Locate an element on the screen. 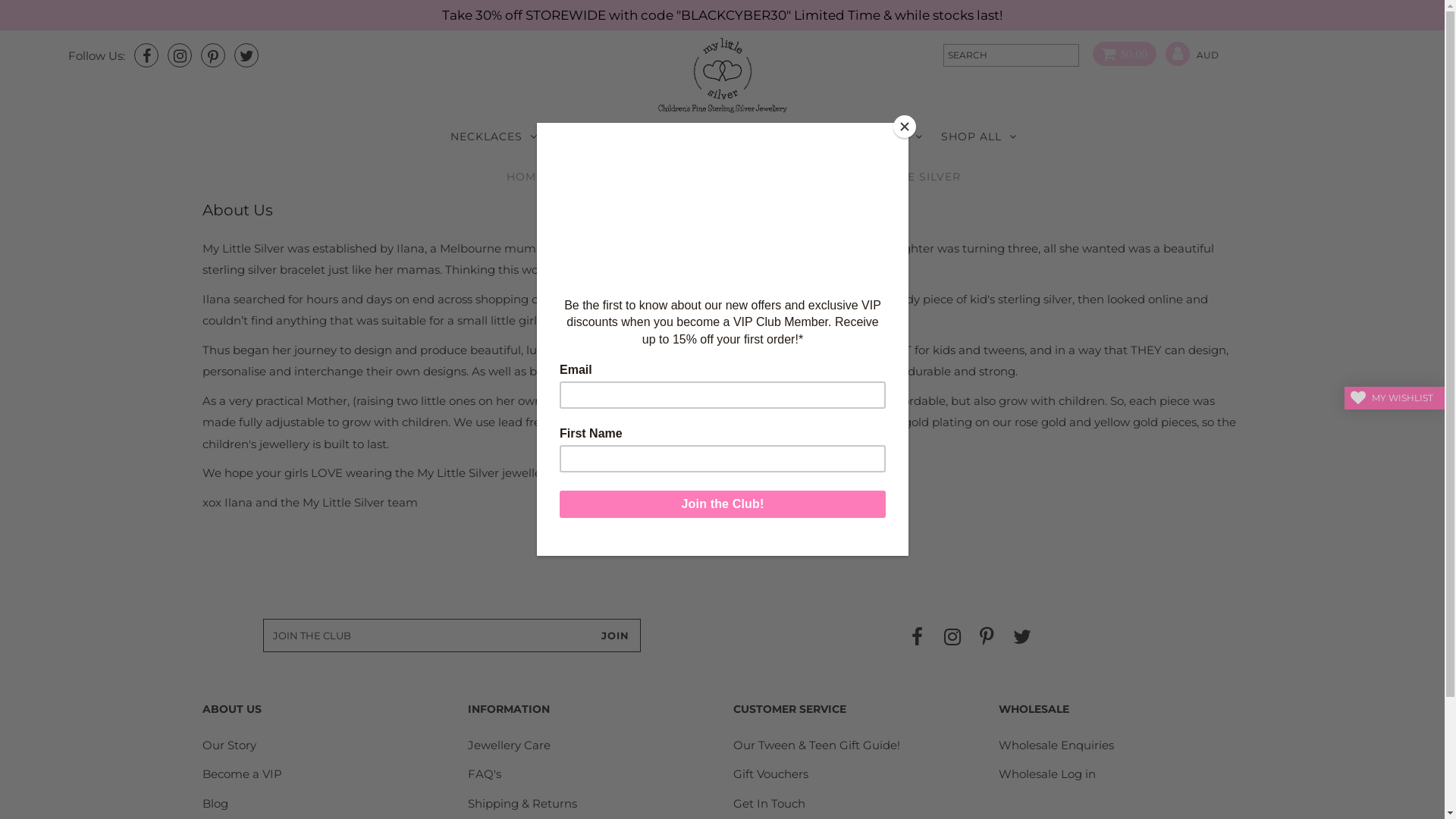 Image resolution: width=1456 pixels, height=819 pixels. 'Gift Vouchers' is located at coordinates (733, 773).